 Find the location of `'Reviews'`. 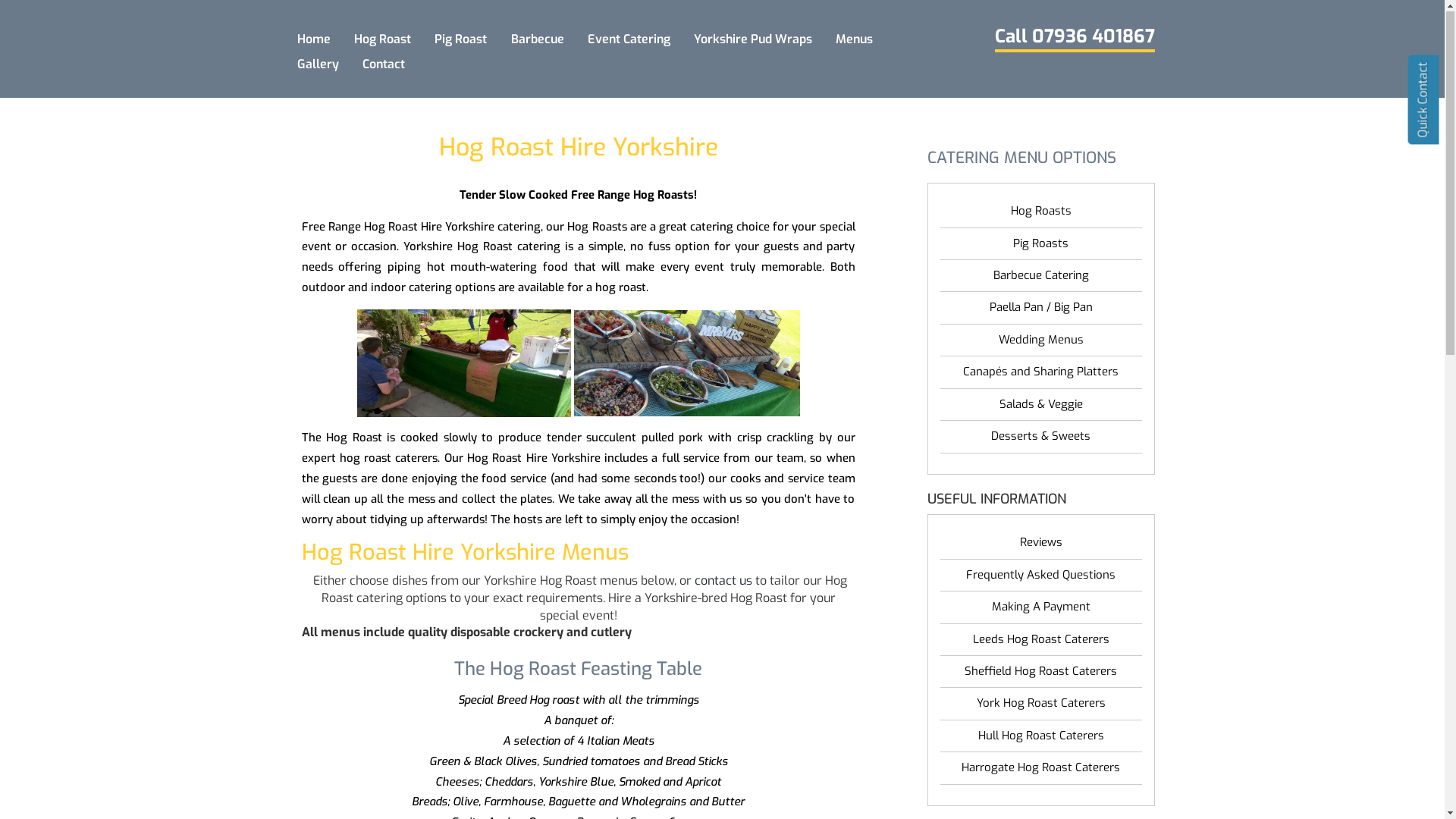

'Reviews' is located at coordinates (1040, 542).